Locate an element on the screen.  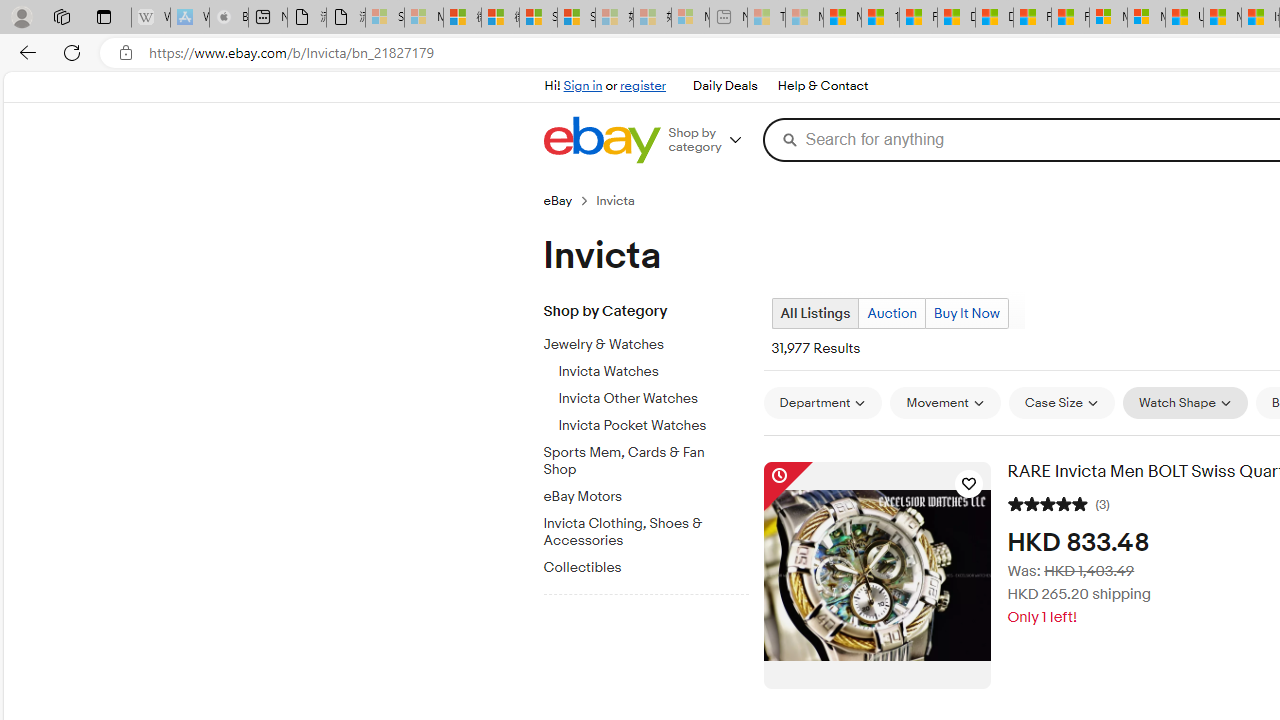
'Invicta Clothing, Shoes & Accessories' is located at coordinates (637, 531).